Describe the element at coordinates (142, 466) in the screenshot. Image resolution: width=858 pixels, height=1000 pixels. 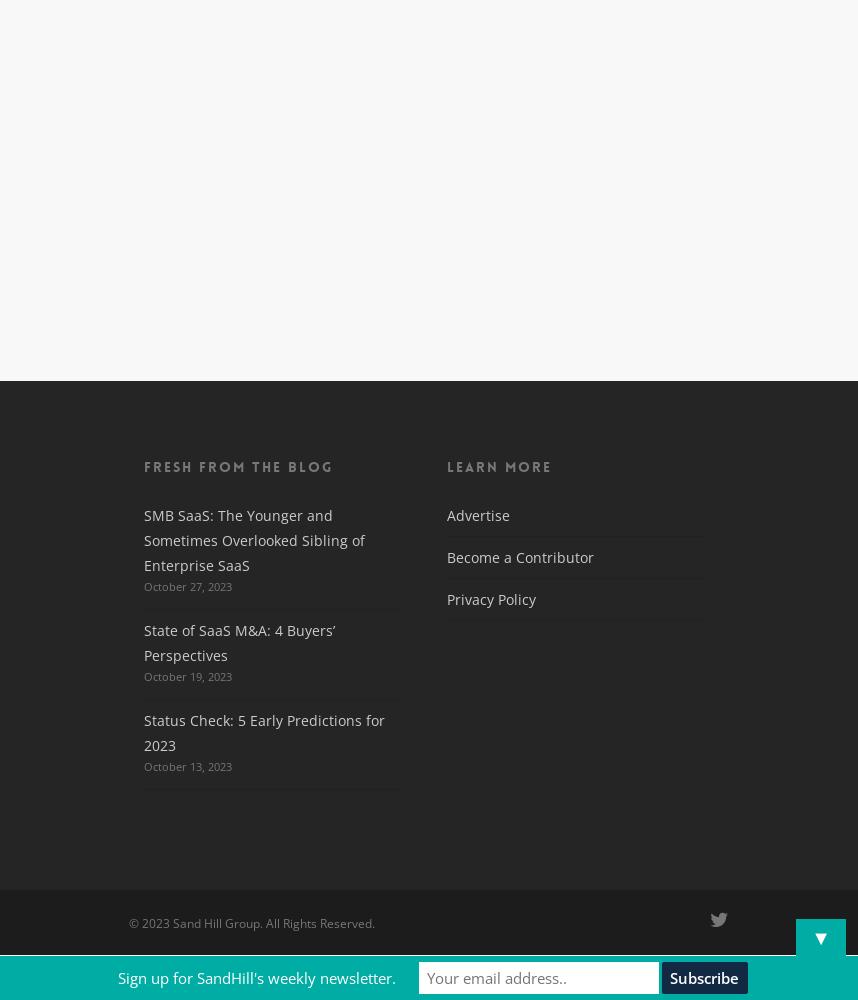
I see `'Fresh From The Blog'` at that location.